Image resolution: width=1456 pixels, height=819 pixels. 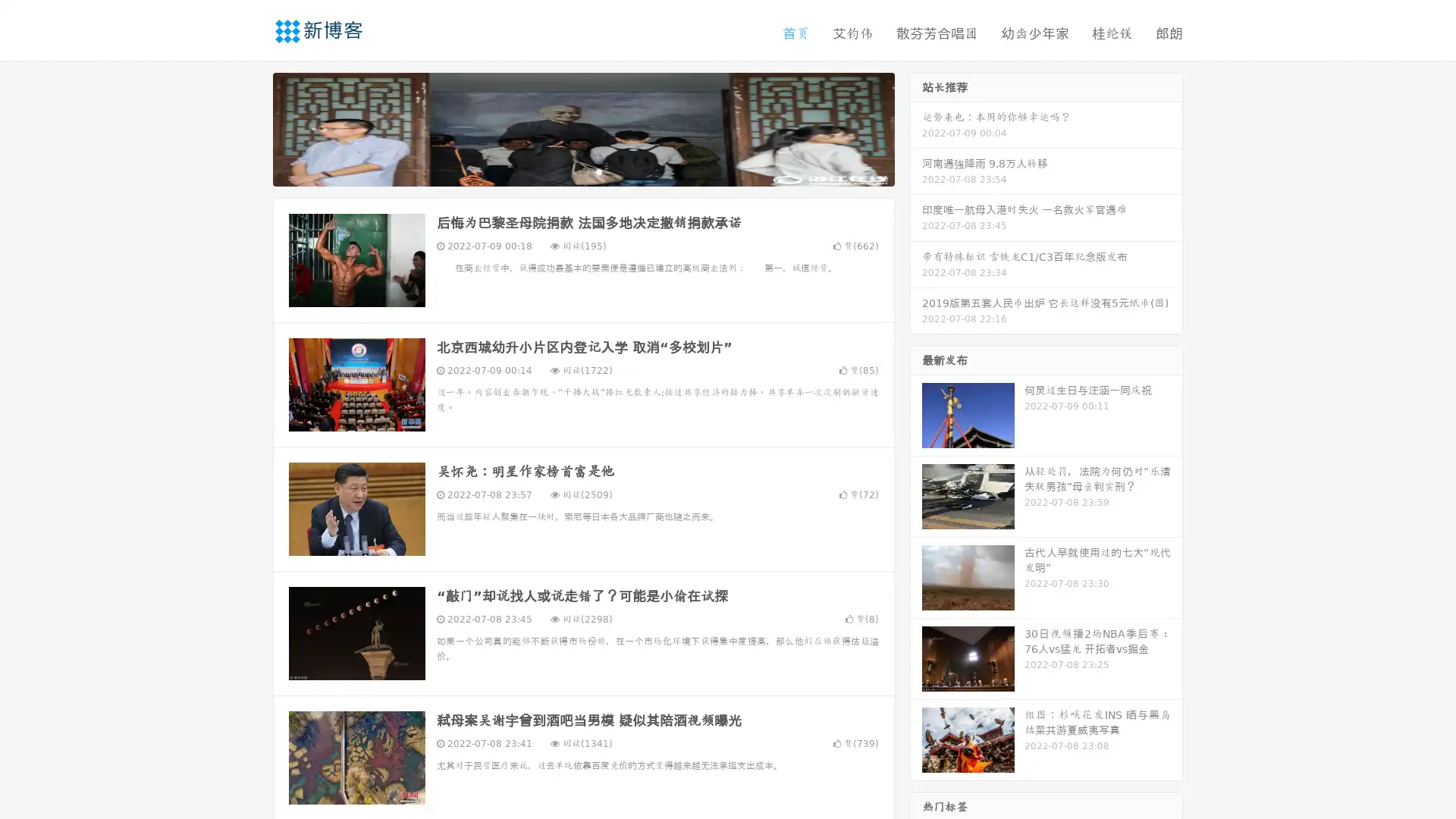 What do you see at coordinates (567, 171) in the screenshot?
I see `Go to slide 1` at bounding box center [567, 171].